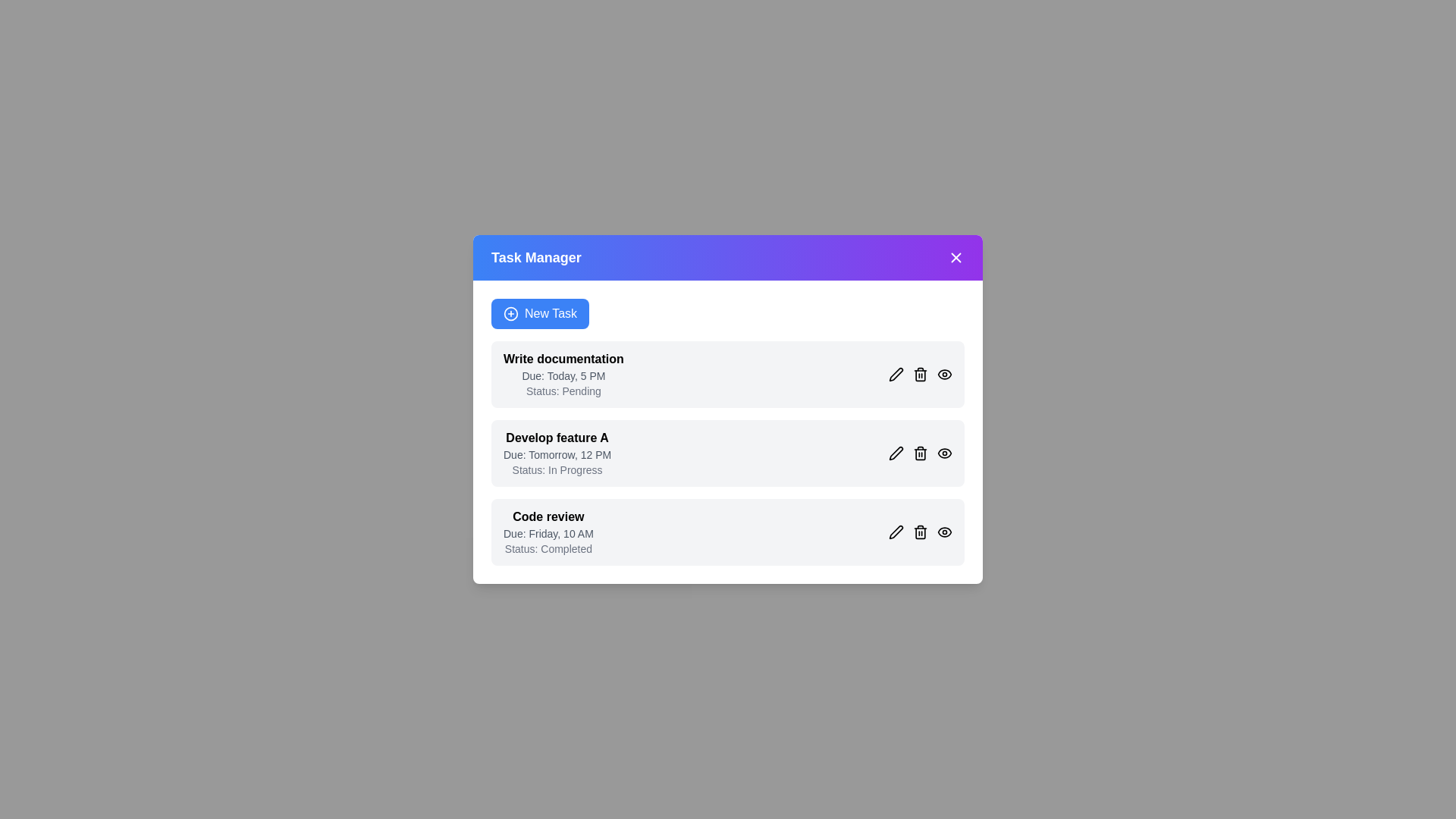  Describe the element at coordinates (896, 532) in the screenshot. I see `'Edit' button next to the task 'Code review' to edit its details` at that location.